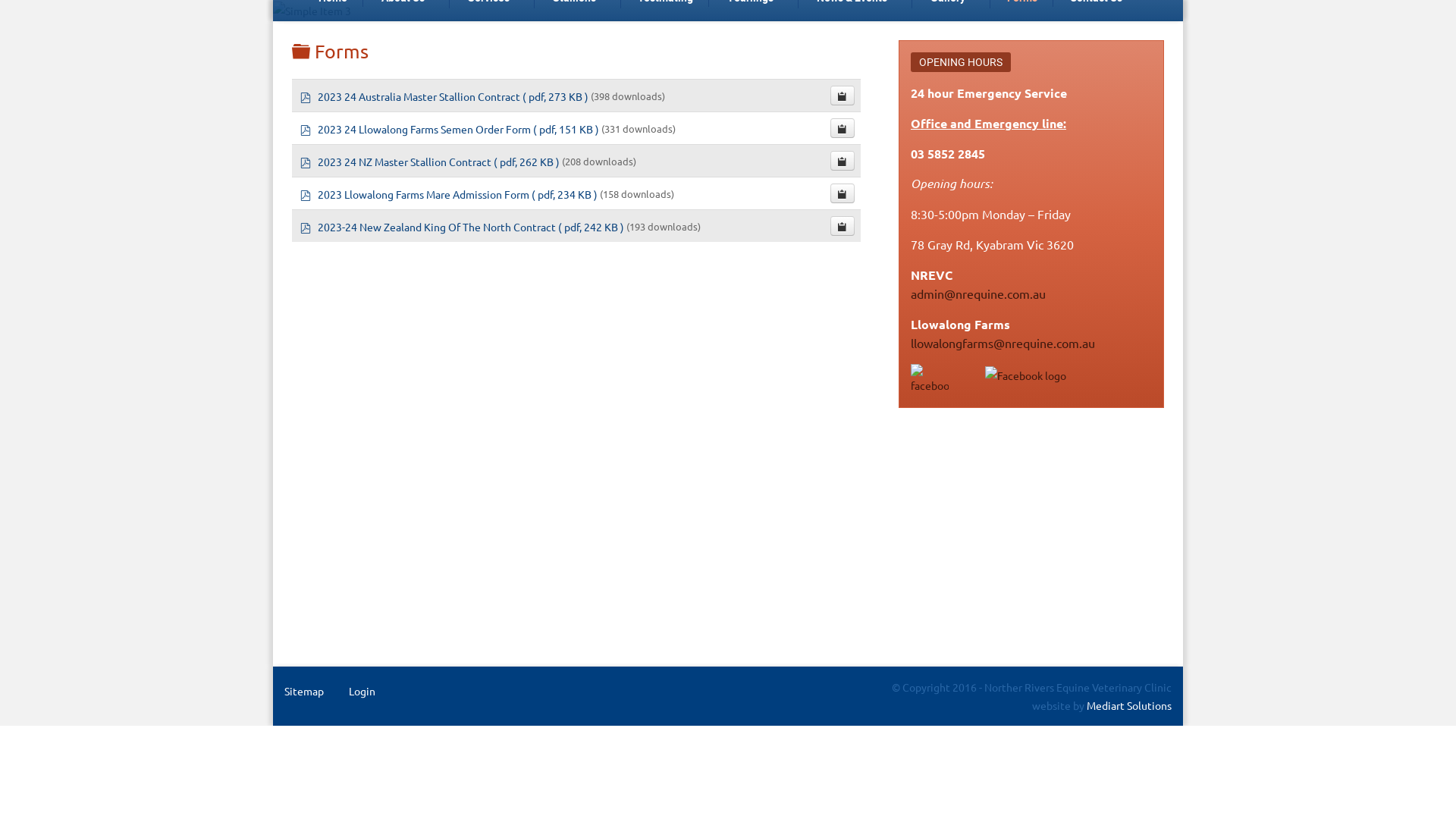 Image resolution: width=1456 pixels, height=819 pixels. I want to click on 'Sitemap', so click(303, 690).